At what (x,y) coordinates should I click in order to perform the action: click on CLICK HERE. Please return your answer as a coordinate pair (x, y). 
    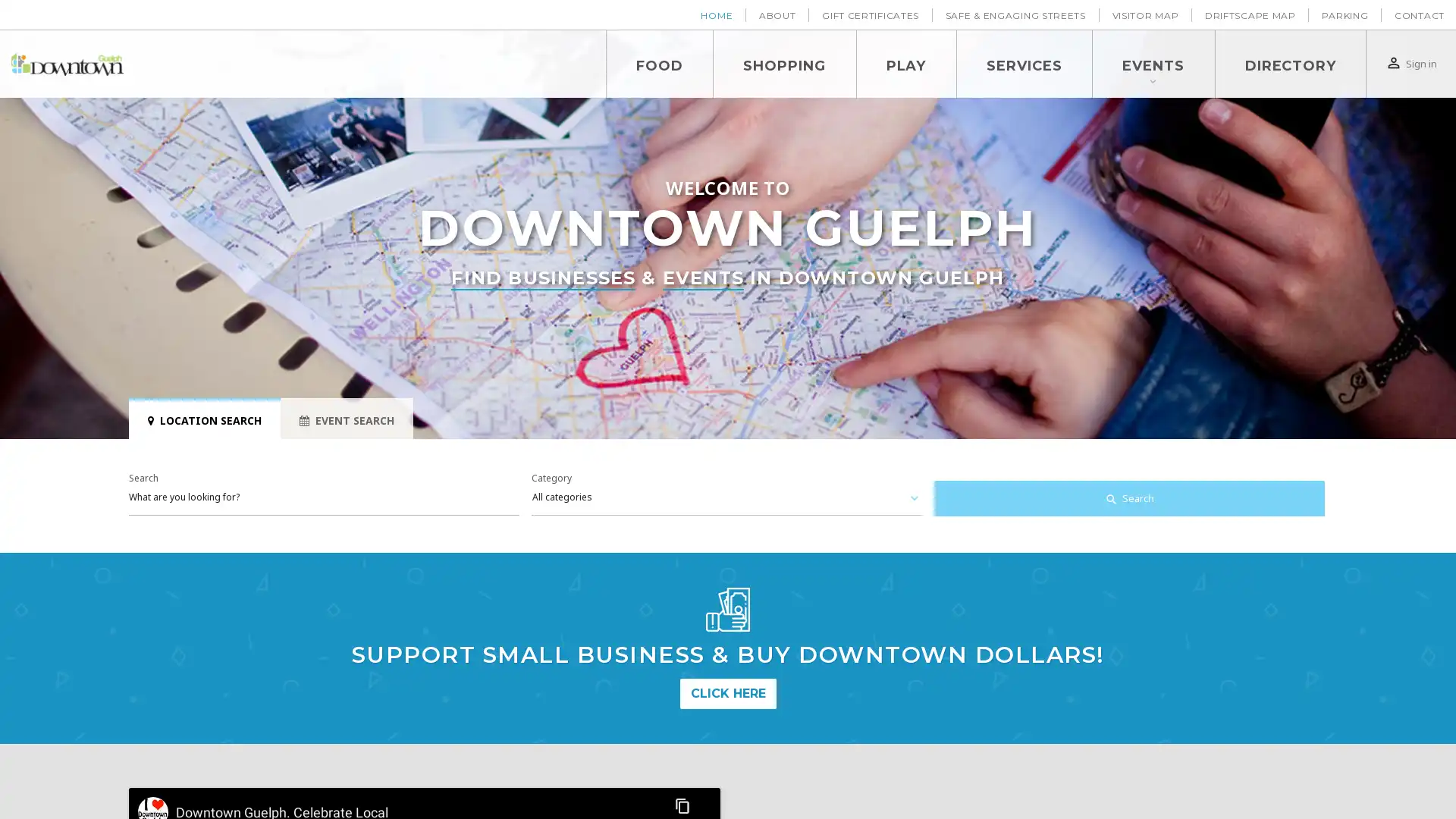
    Looking at the image, I should click on (726, 693).